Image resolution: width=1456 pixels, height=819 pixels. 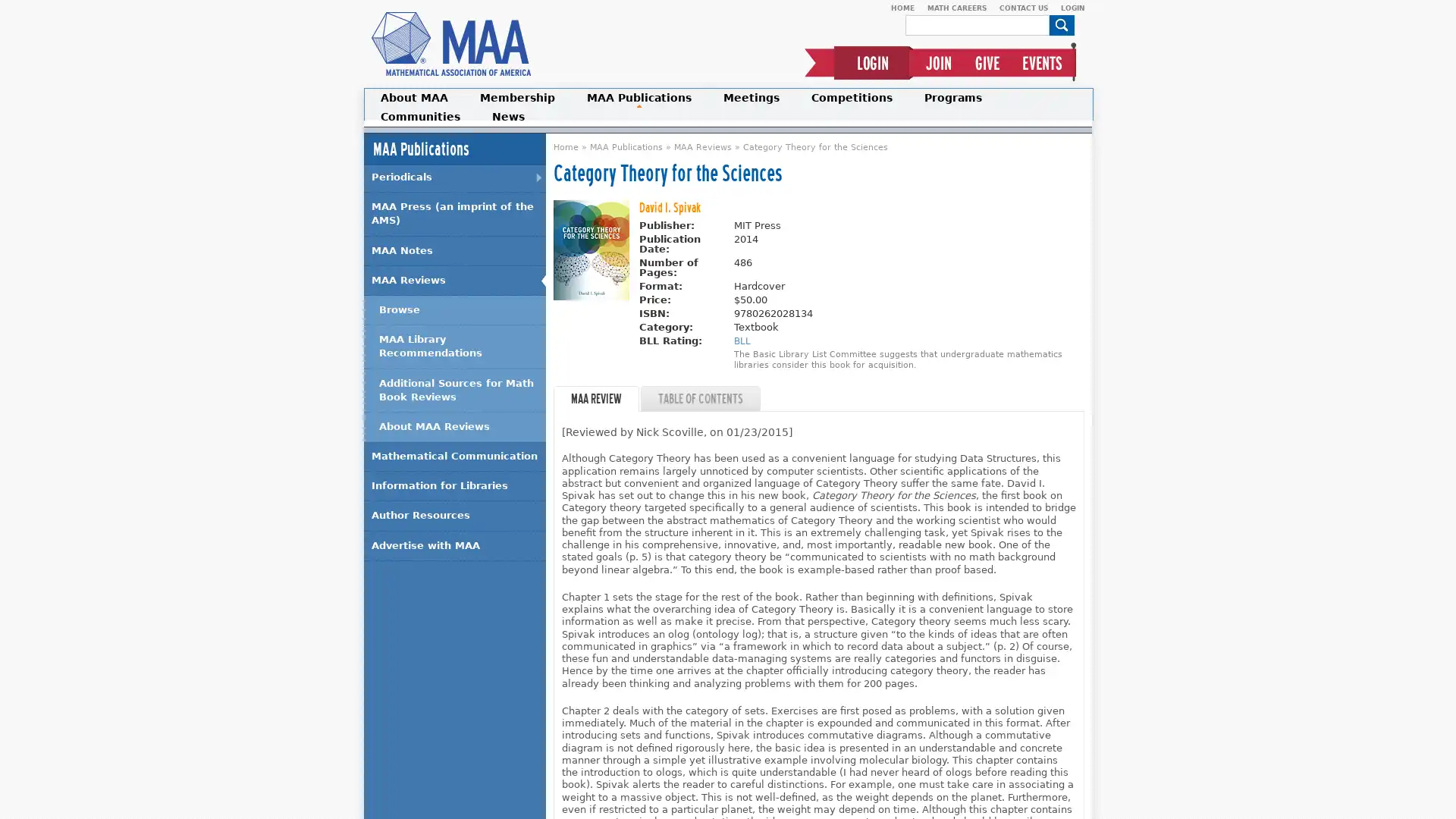 I want to click on Search, so click(x=1061, y=24).